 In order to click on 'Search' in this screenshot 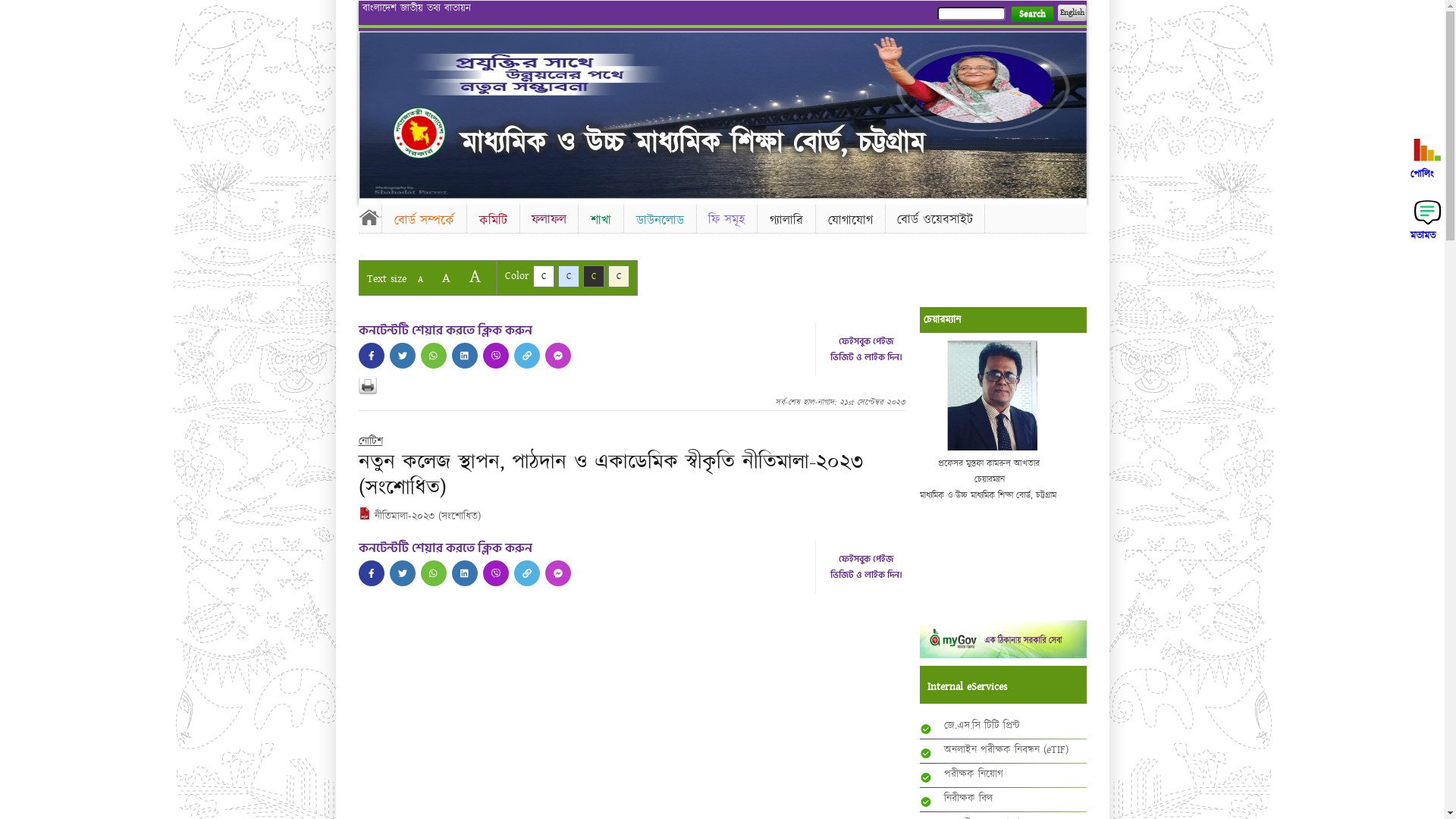, I will do `click(1031, 14)`.